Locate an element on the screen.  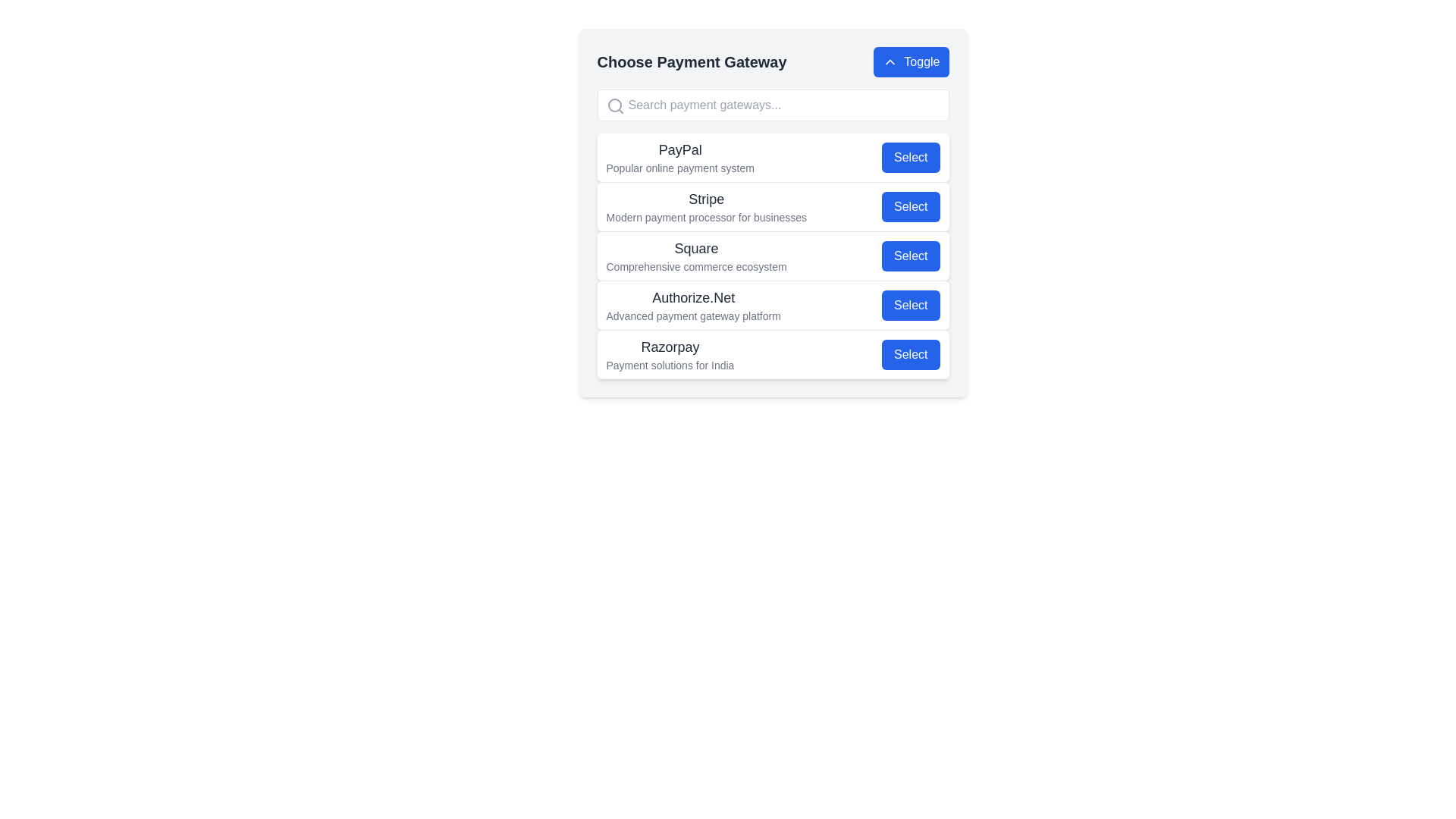
the circular icon of the magnifying glass located within the search bar at the top of the payment gateway selection interface is located at coordinates (614, 104).